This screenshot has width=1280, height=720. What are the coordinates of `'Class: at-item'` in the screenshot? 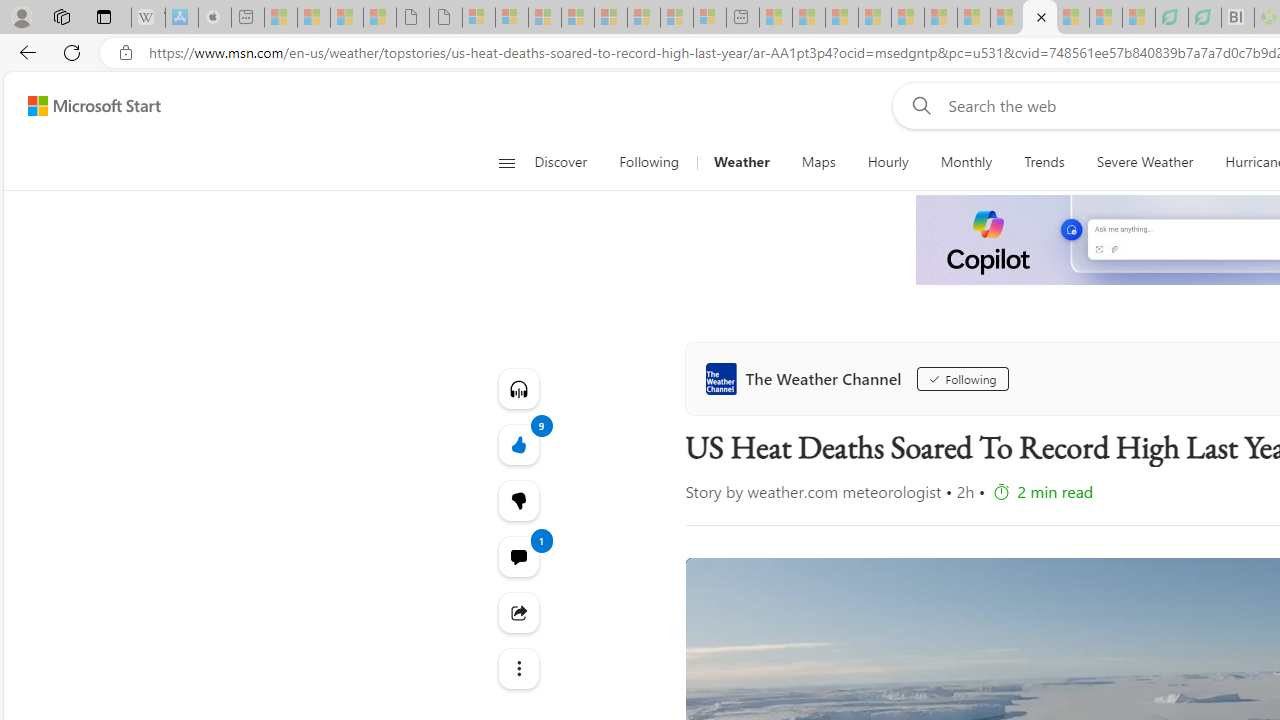 It's located at (518, 668).